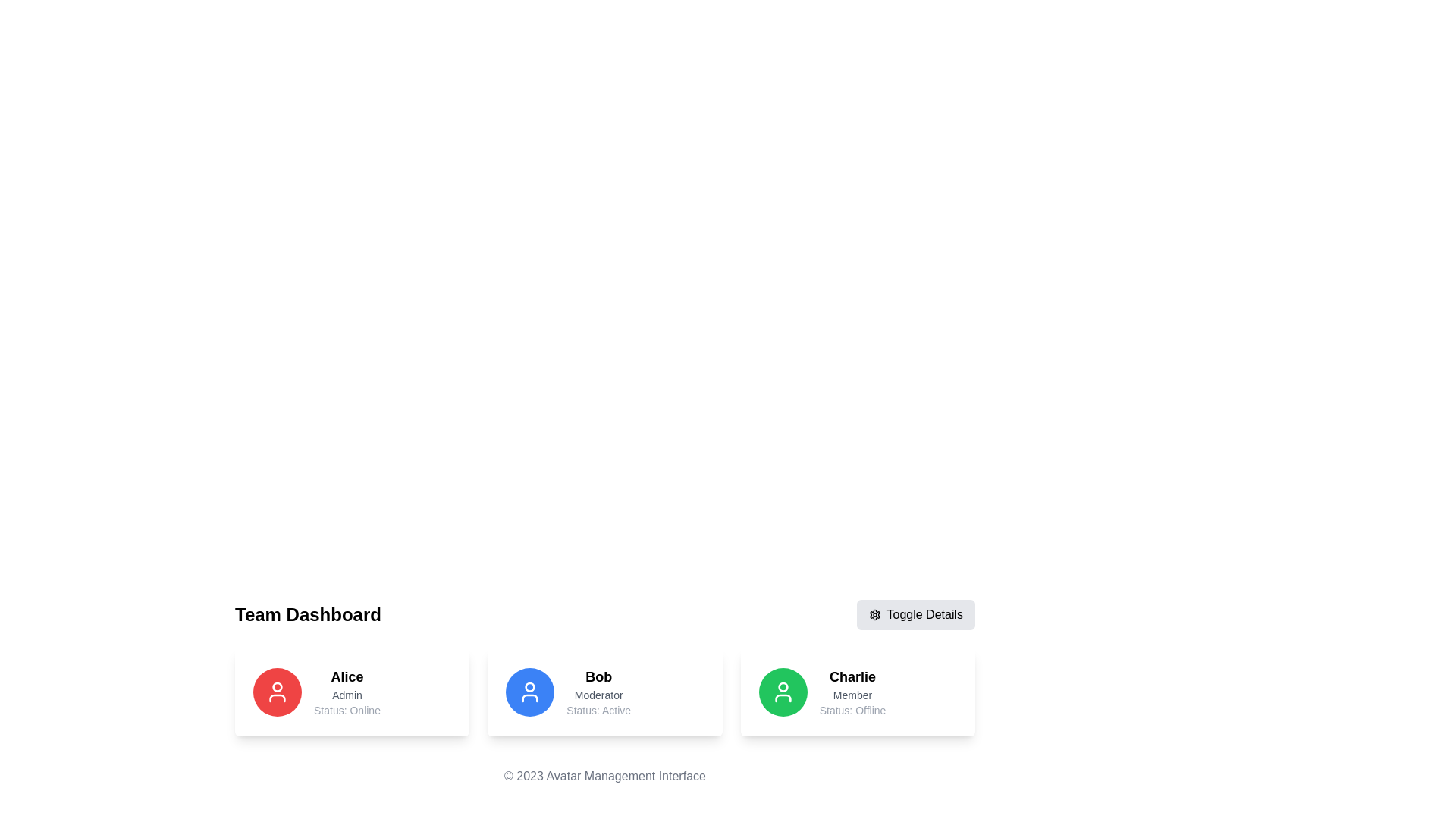 Image resolution: width=1456 pixels, height=819 pixels. What do you see at coordinates (351, 692) in the screenshot?
I see `the displayed information on the user information card located at the top-left corner of the grid` at bounding box center [351, 692].